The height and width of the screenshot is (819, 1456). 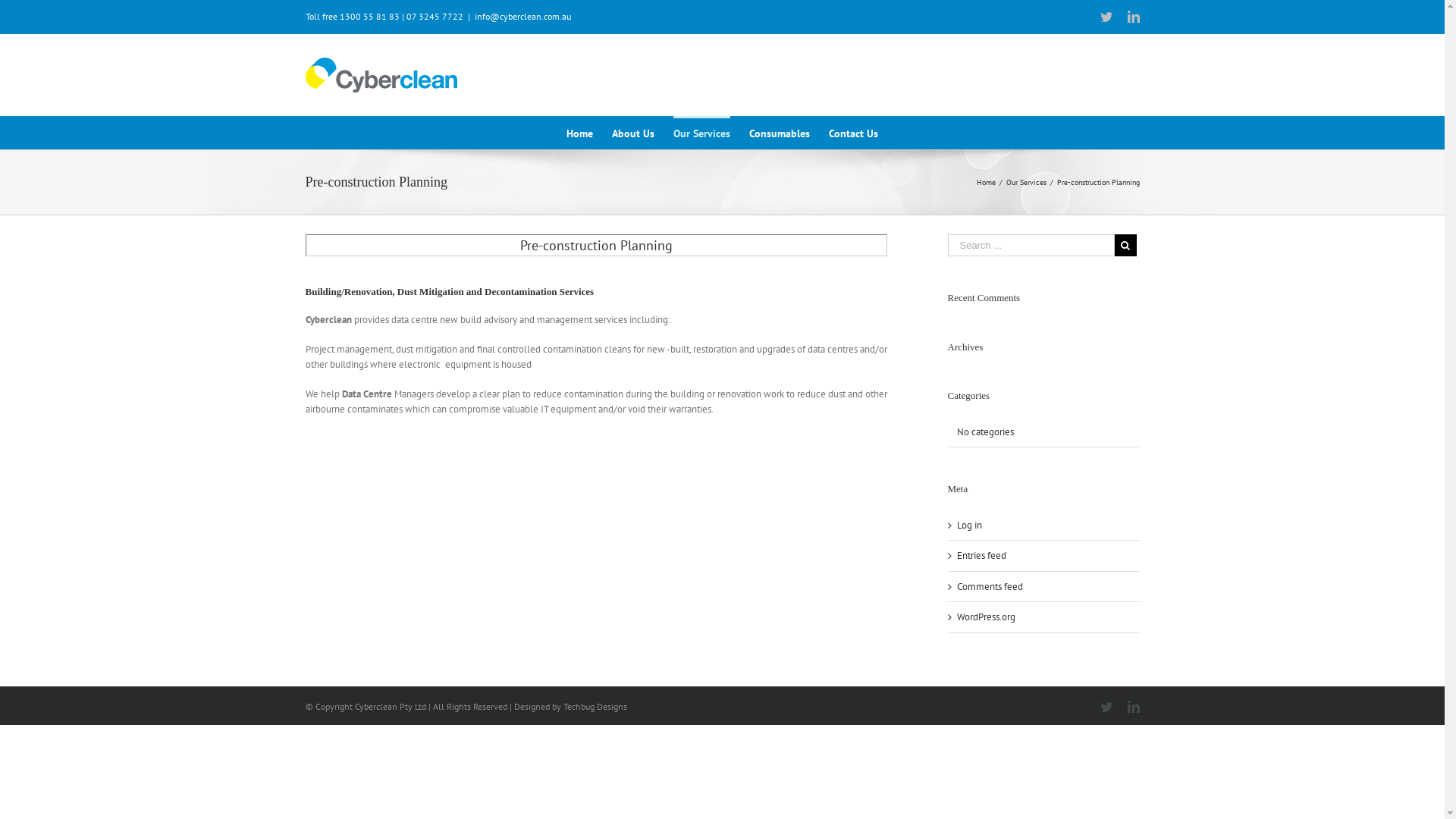 What do you see at coordinates (633, 131) in the screenshot?
I see `'About Us'` at bounding box center [633, 131].